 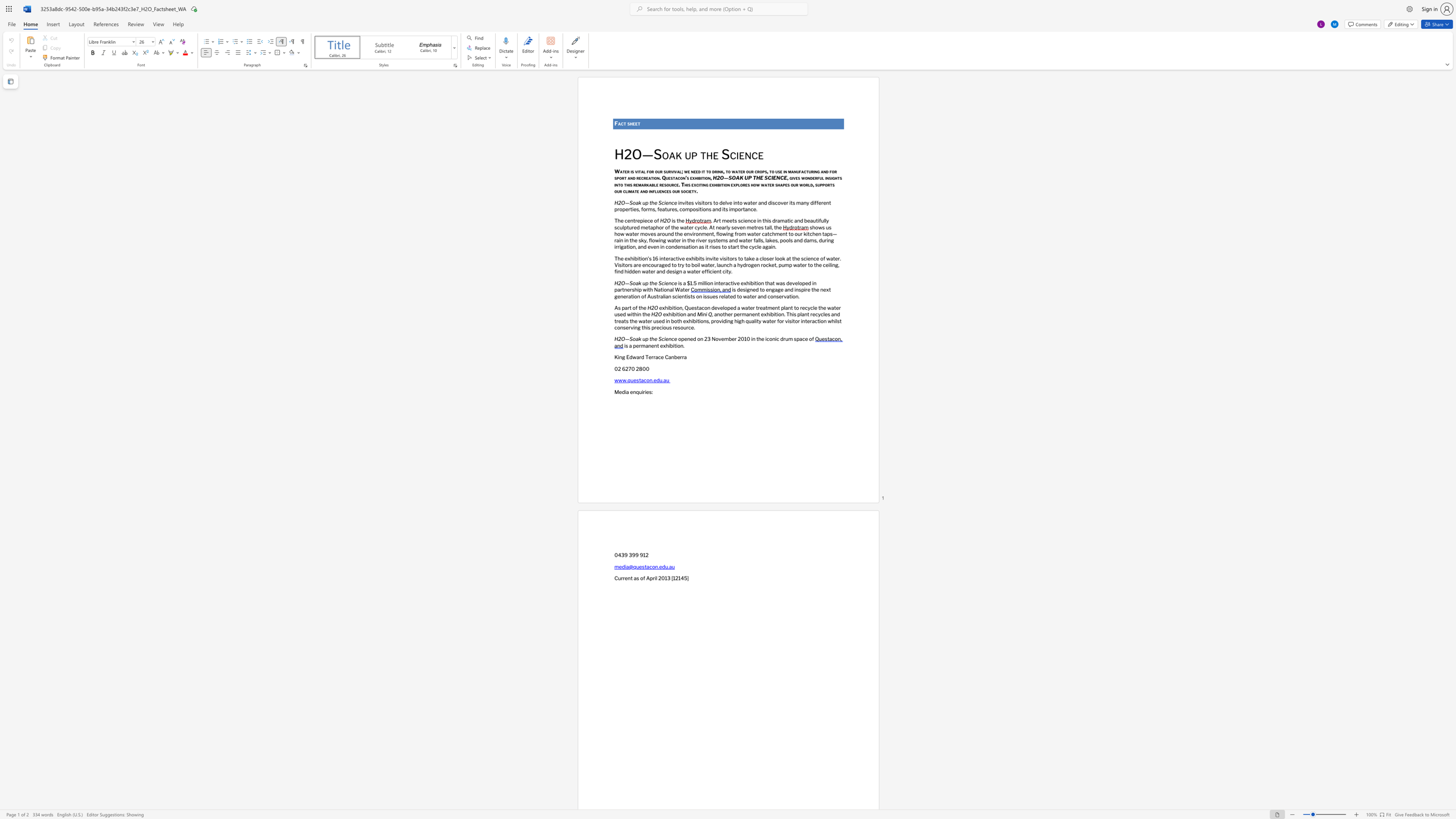 What do you see at coordinates (720, 178) in the screenshot?
I see `the space between the continuous character "2" and "O" in the text` at bounding box center [720, 178].